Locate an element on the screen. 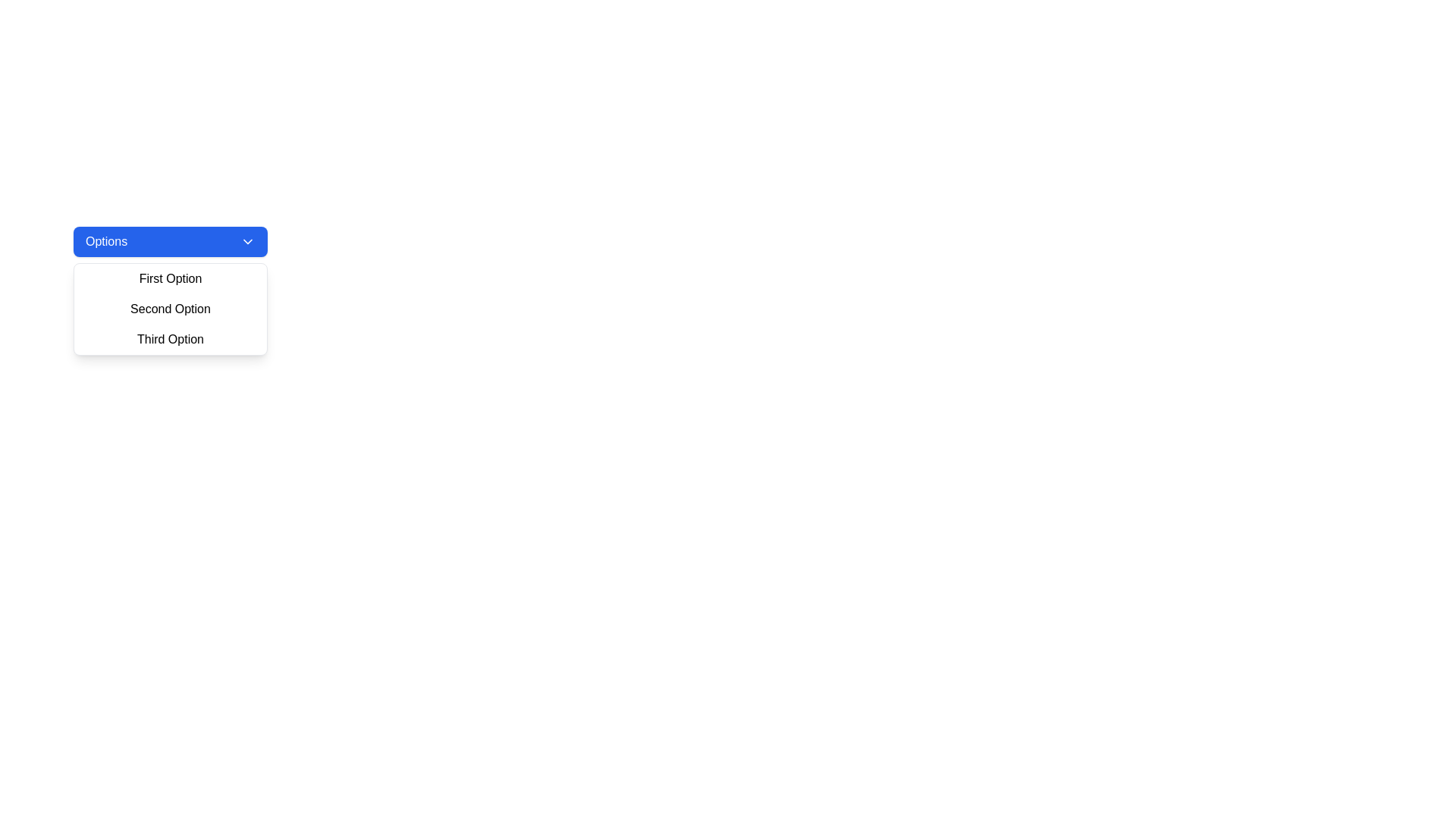 The width and height of the screenshot is (1456, 819). the SVG icon on the right end of the blue button labeled 'Options', which indicates that additional options or a dropdown menu can be revealed is located at coordinates (247, 241).